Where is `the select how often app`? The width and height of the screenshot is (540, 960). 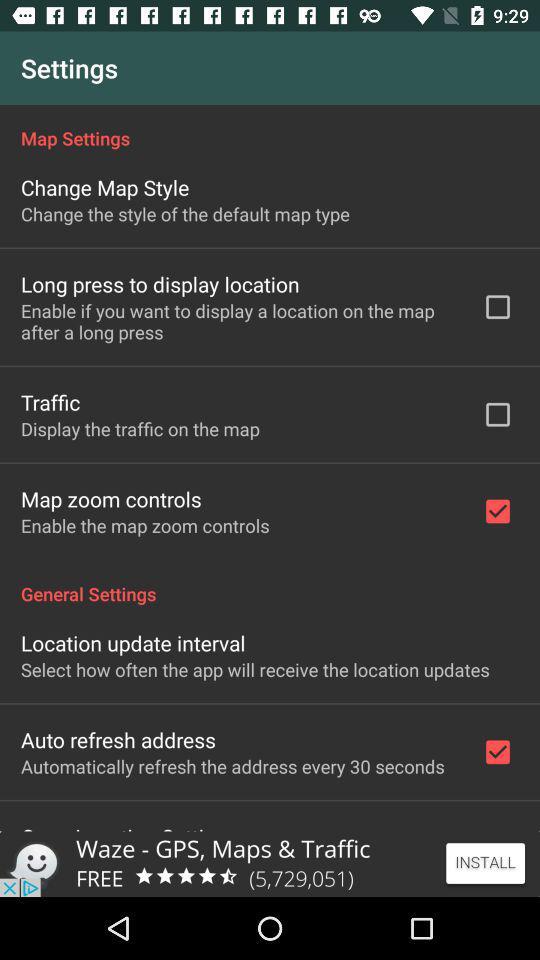 the select how often app is located at coordinates (255, 669).